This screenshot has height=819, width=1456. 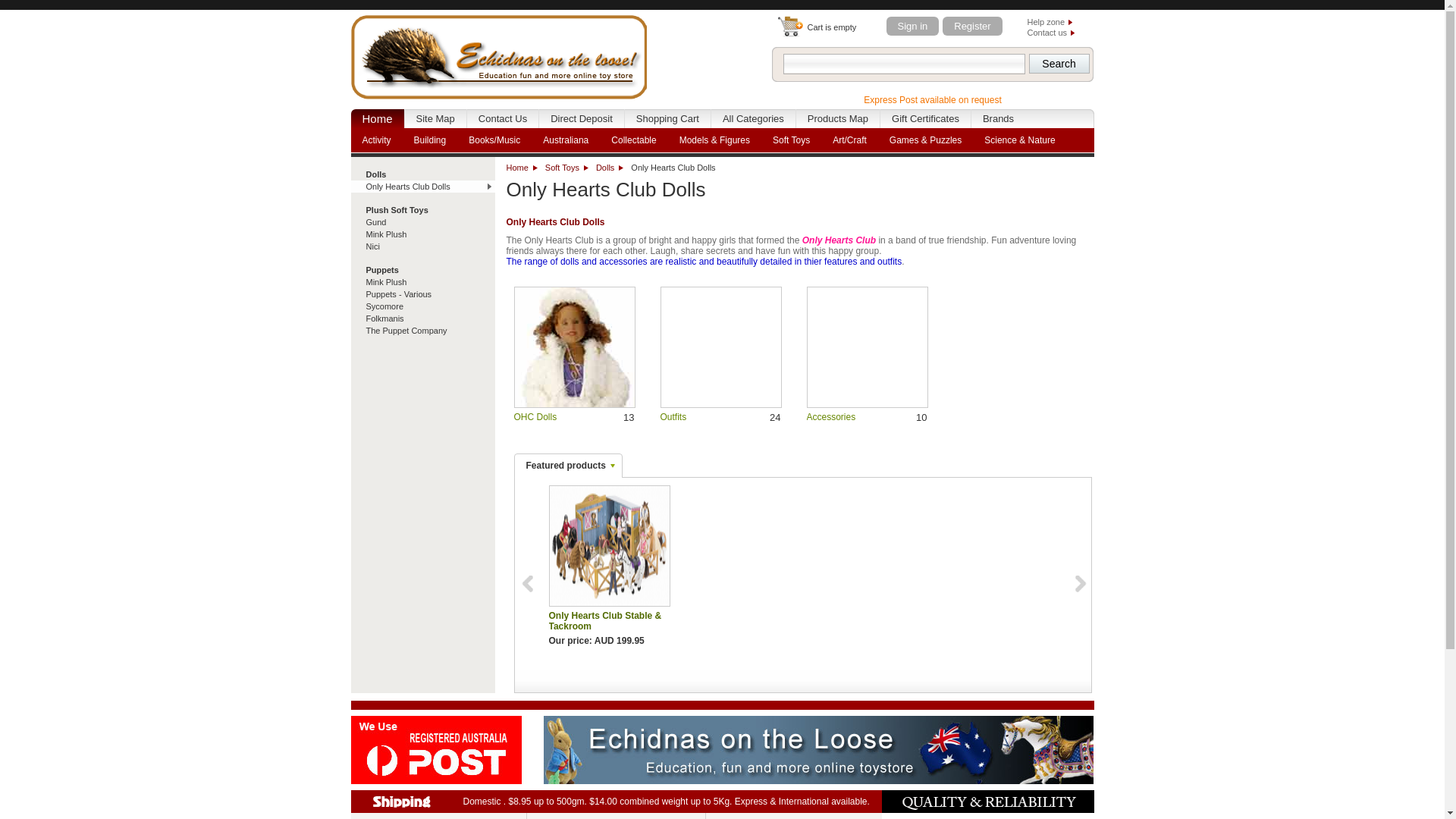 What do you see at coordinates (535, 417) in the screenshot?
I see `'OHC Dolls'` at bounding box center [535, 417].